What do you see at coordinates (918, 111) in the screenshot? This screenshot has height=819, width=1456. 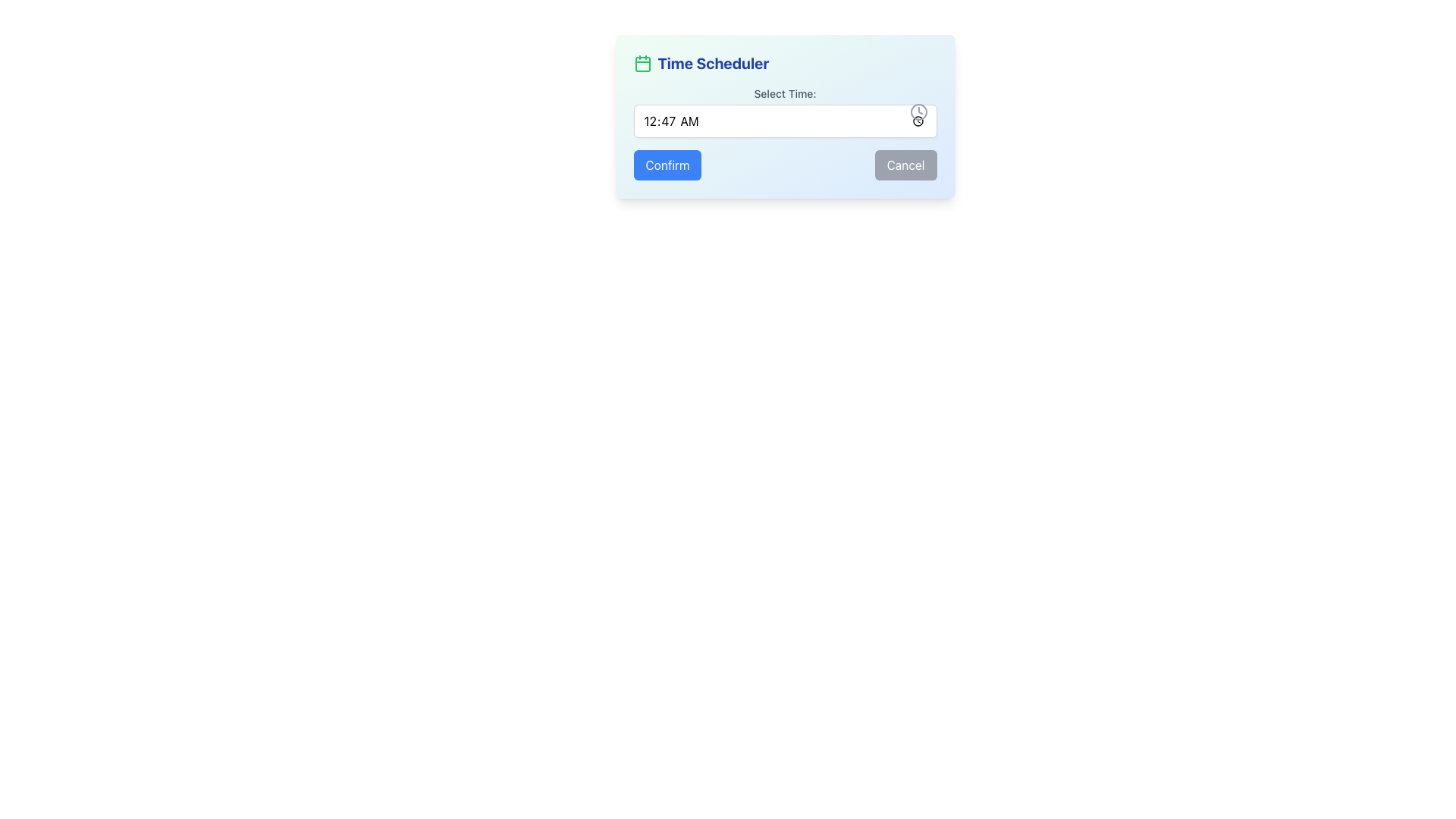 I see `the SVG Circle that is part of the clock icon located at the top-right corner of the time input field` at bounding box center [918, 111].